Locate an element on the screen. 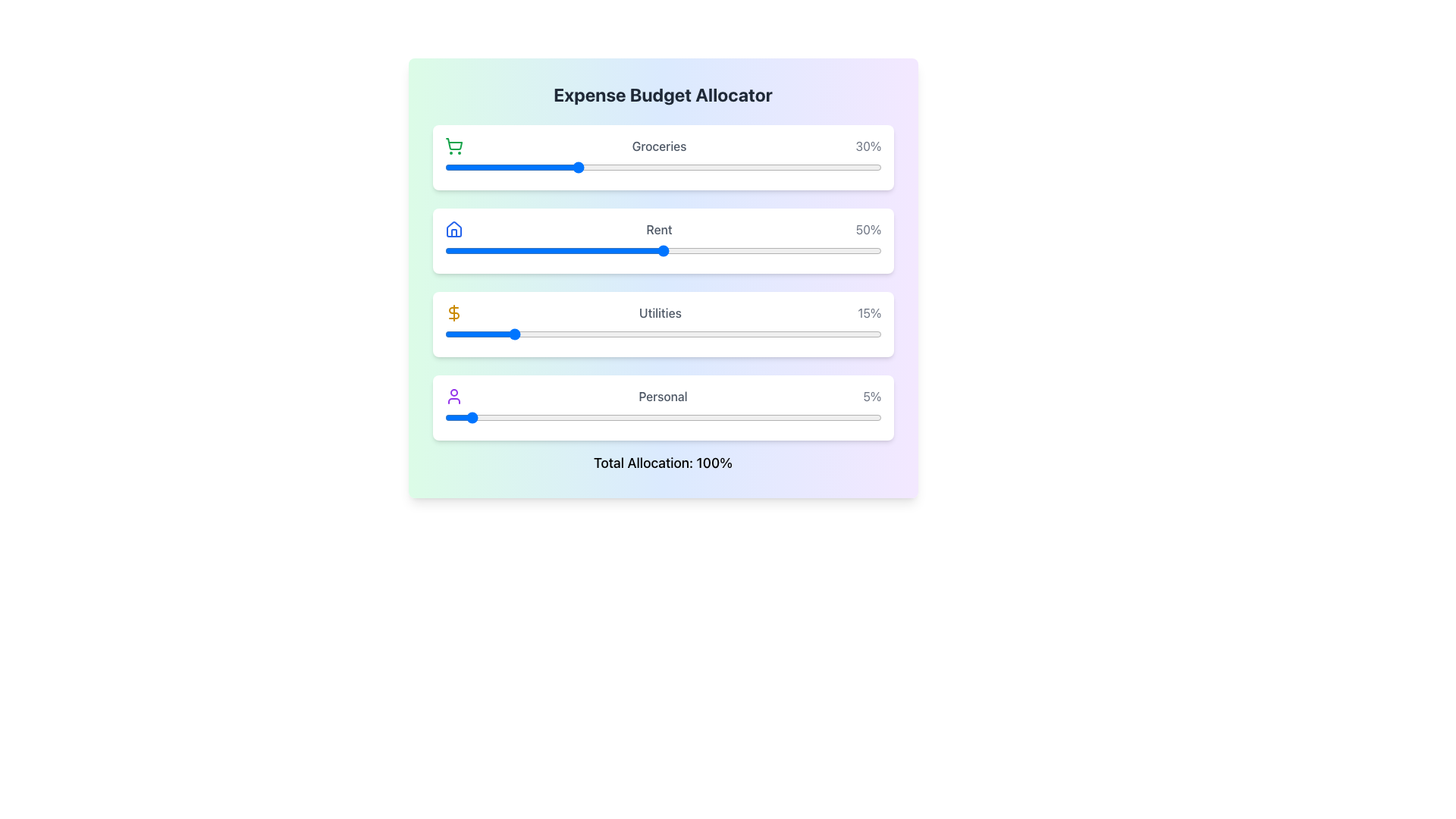 The width and height of the screenshot is (1456, 819). the Utilities slider is located at coordinates (457, 333).